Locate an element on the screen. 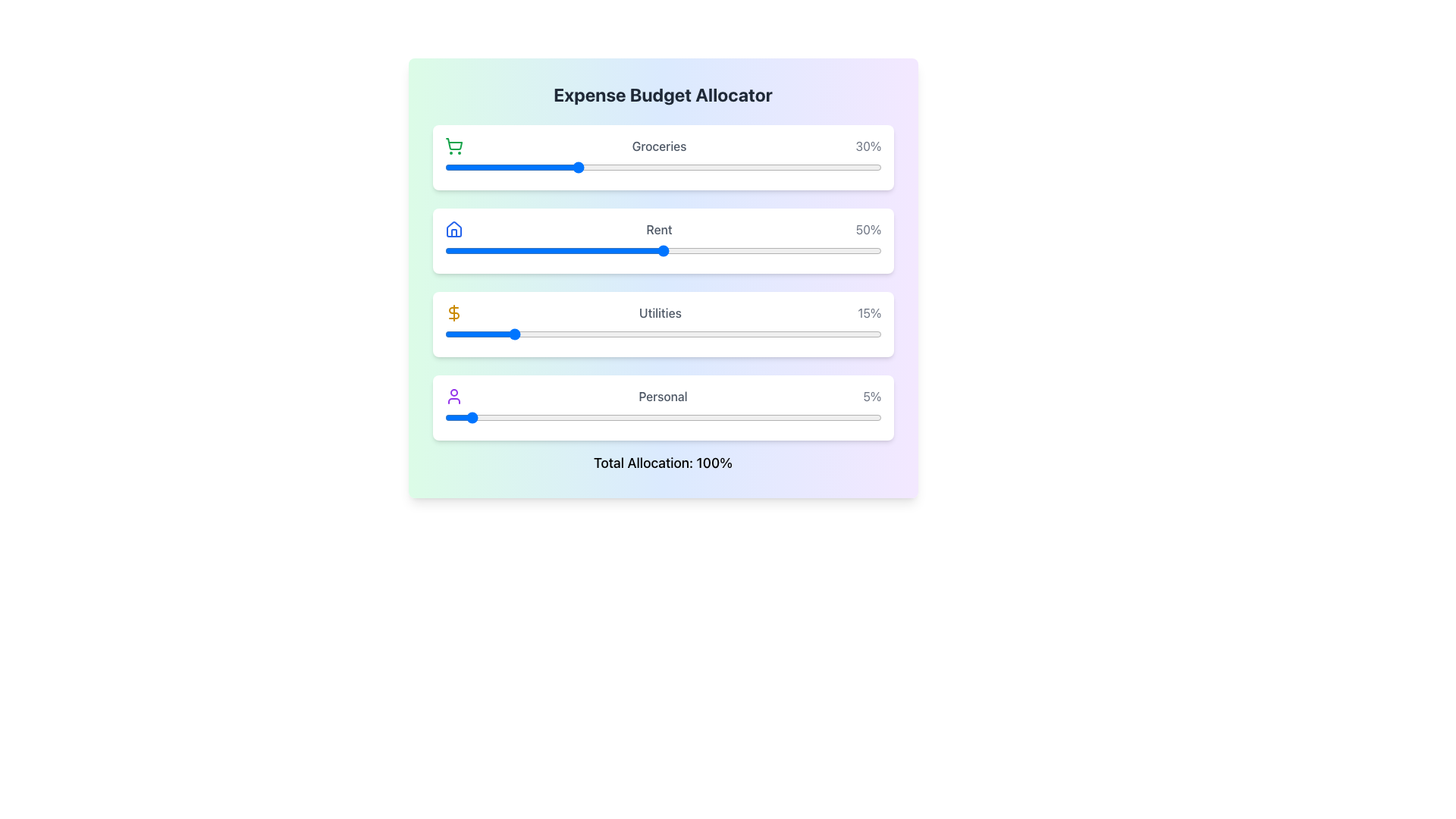 The width and height of the screenshot is (1456, 819). the Utilities slider is located at coordinates (457, 333).